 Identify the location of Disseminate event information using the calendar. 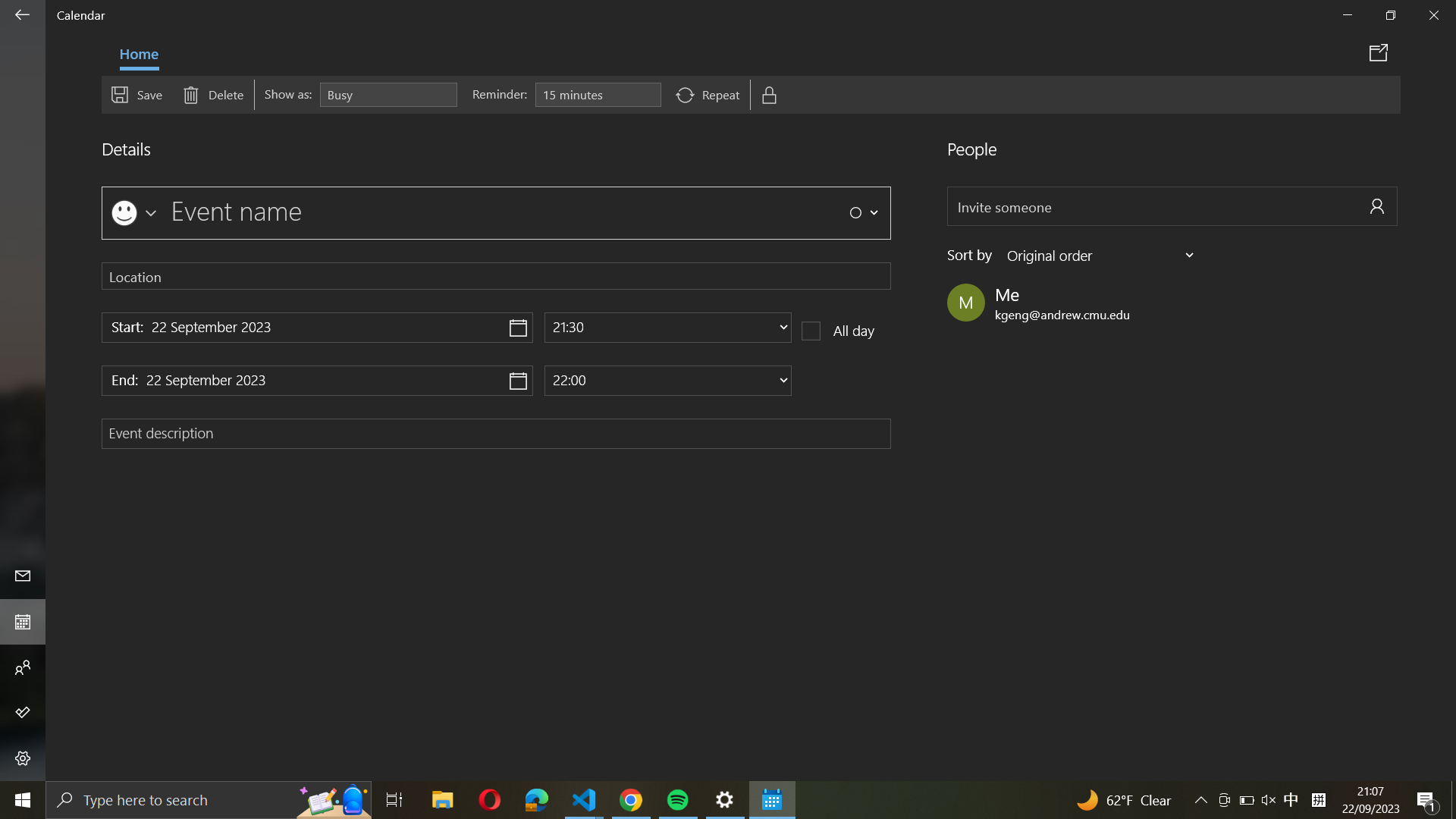
(1381, 52).